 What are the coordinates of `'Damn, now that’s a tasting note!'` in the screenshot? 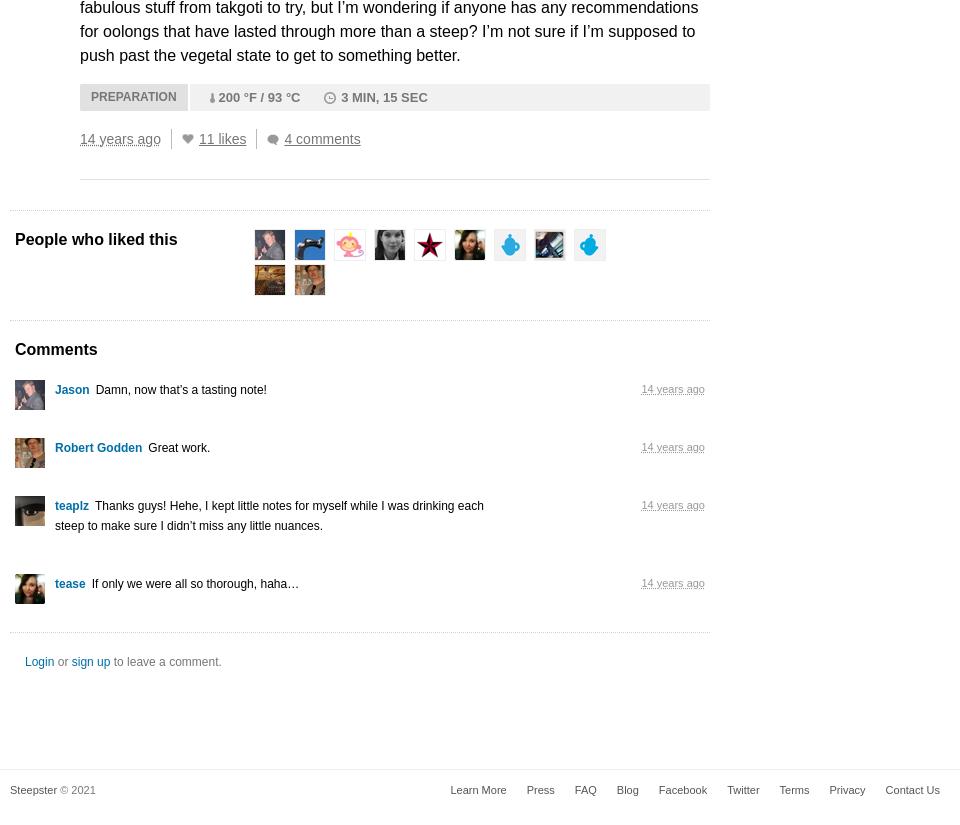 It's located at (179, 388).